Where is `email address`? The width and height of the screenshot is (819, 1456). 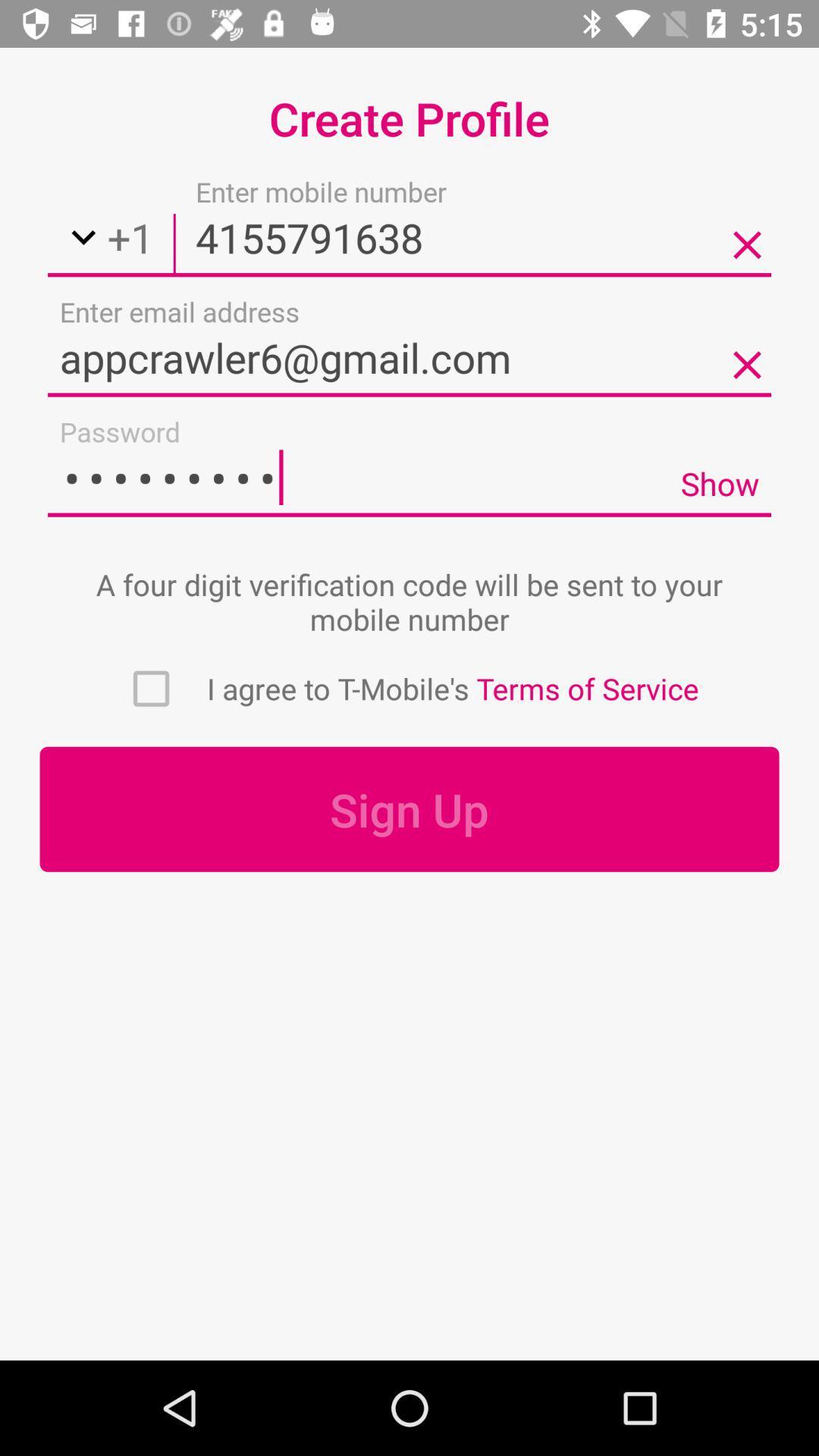 email address is located at coordinates (409, 356).